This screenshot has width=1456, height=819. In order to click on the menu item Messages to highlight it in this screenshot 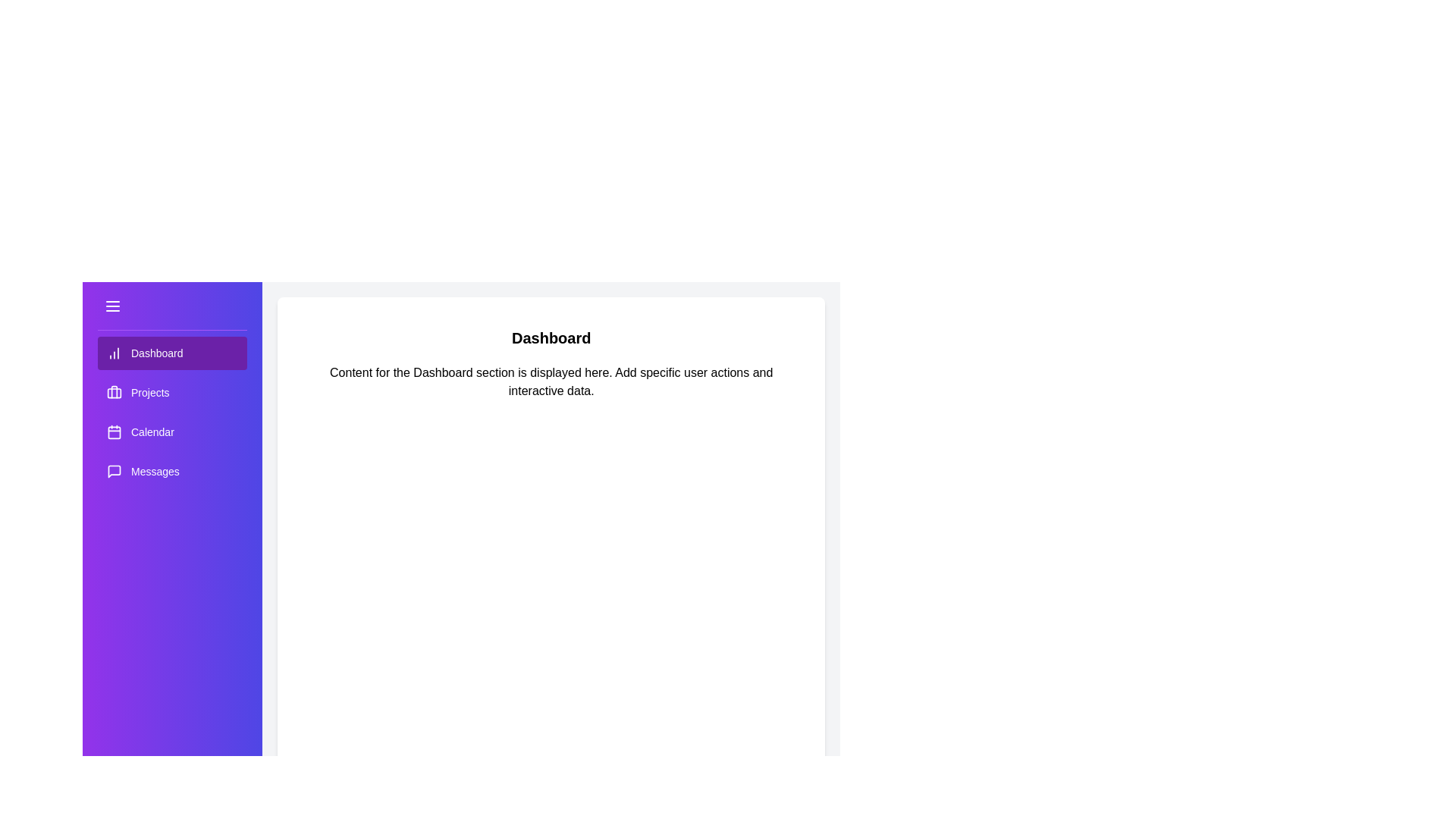, I will do `click(171, 470)`.